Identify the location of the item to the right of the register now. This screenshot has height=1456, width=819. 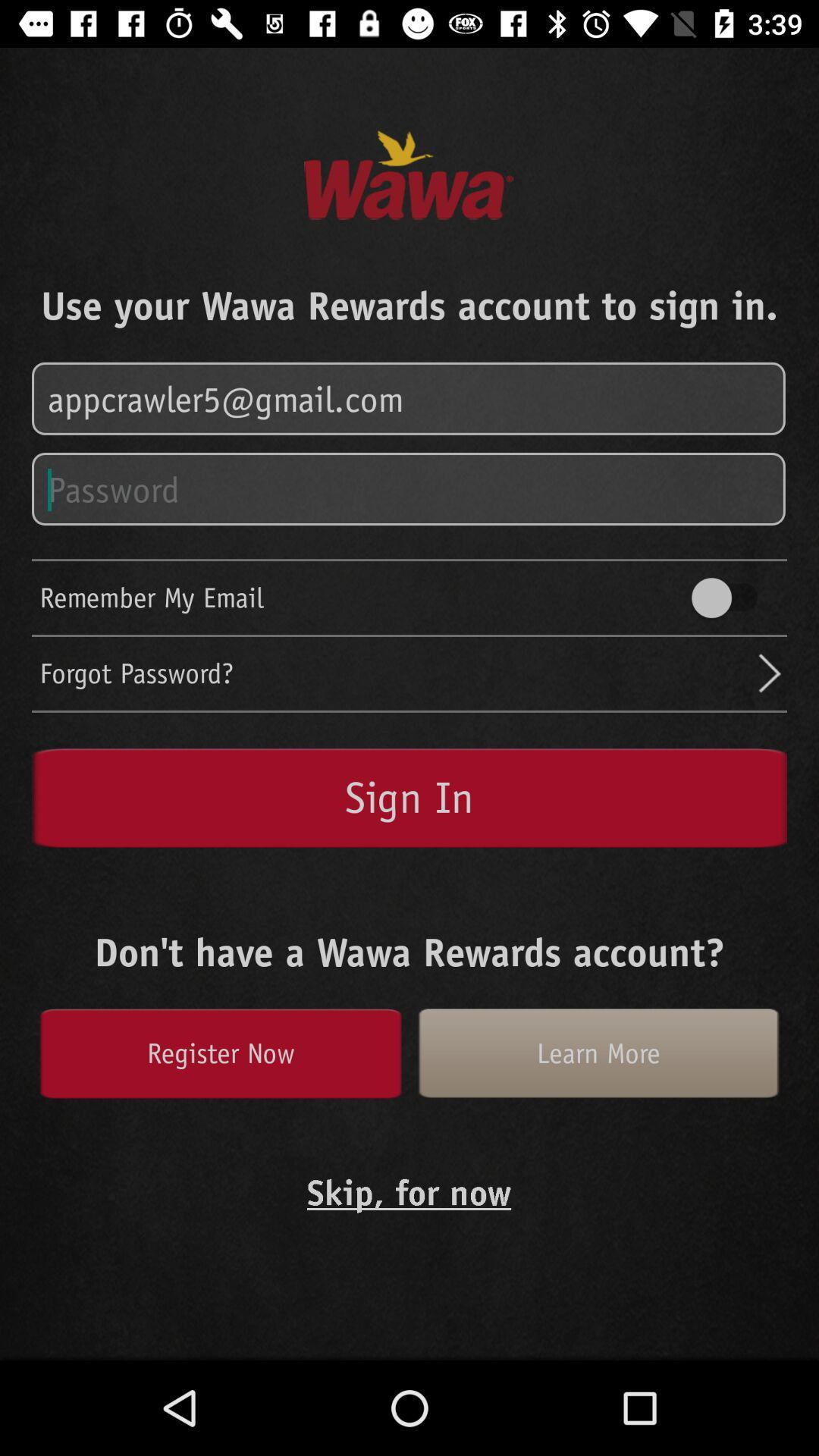
(598, 1053).